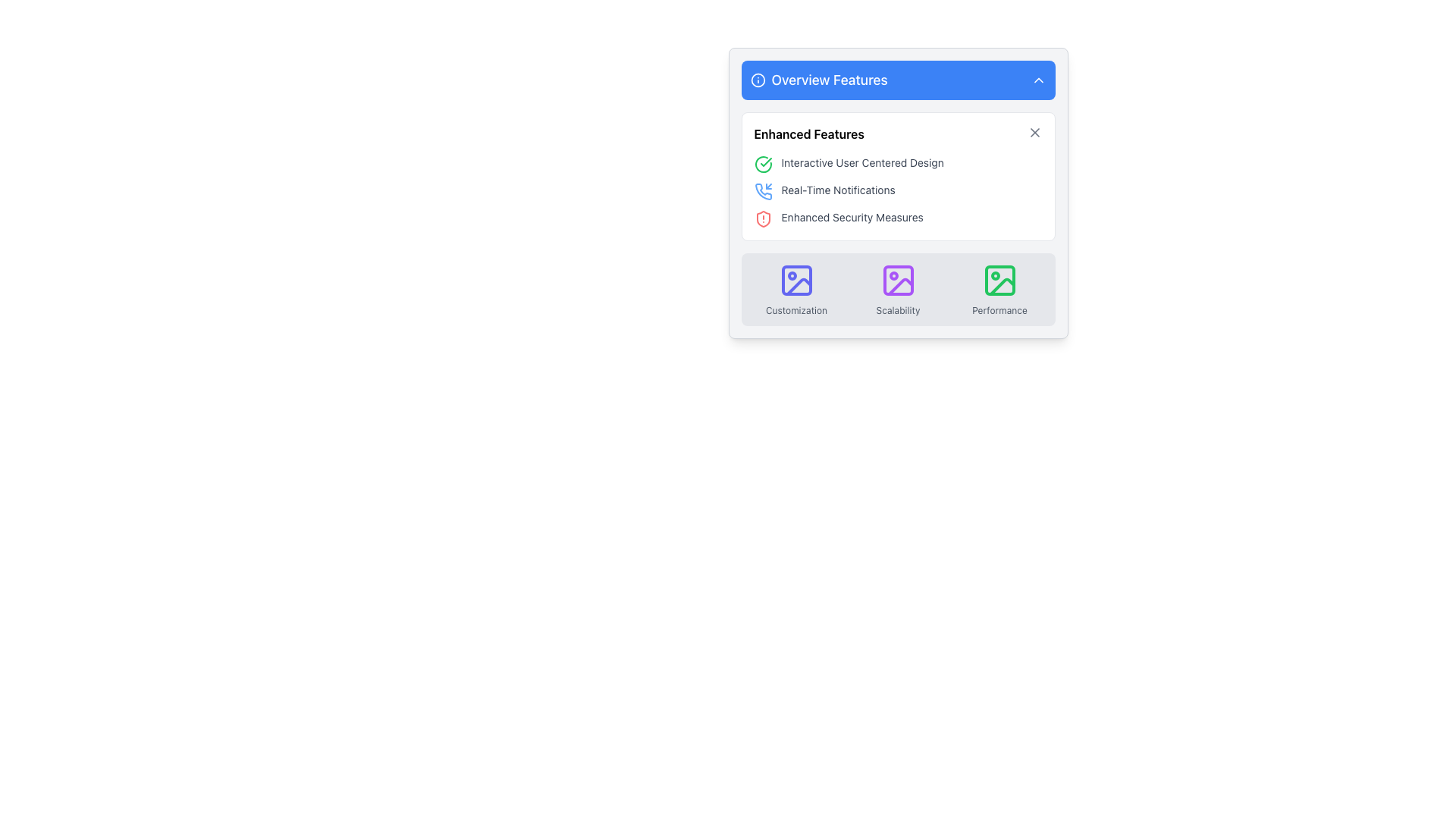 The image size is (1456, 819). I want to click on the 'Real-Time Notifications' list item, so click(898, 191).